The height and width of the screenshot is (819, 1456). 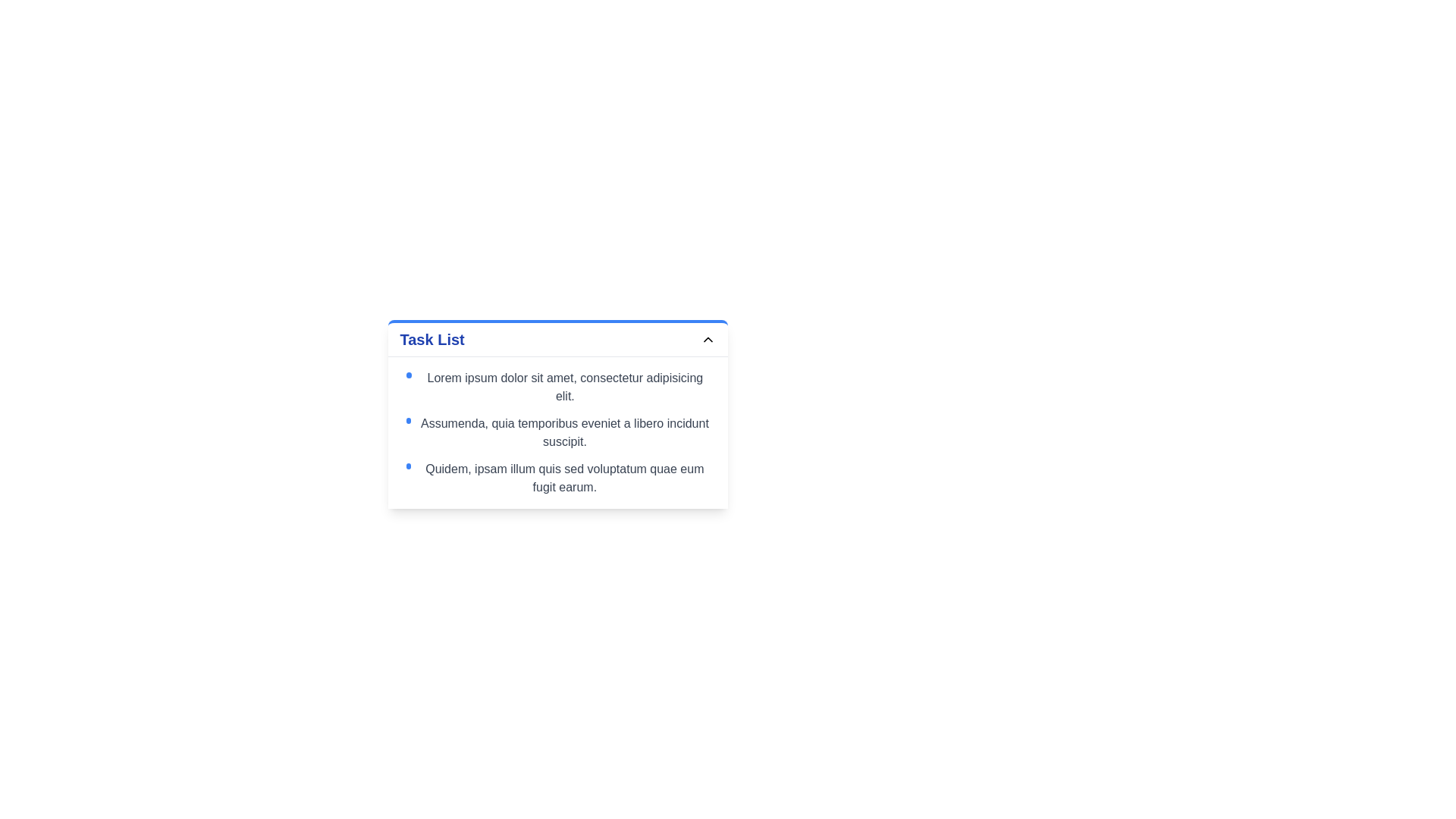 I want to click on the text label that reads "Quidem, ipsam illum quis sed voluptatum quae eum fugit earum." which is the last item in a vertically stacked list within the "Task List" card, so click(x=563, y=479).